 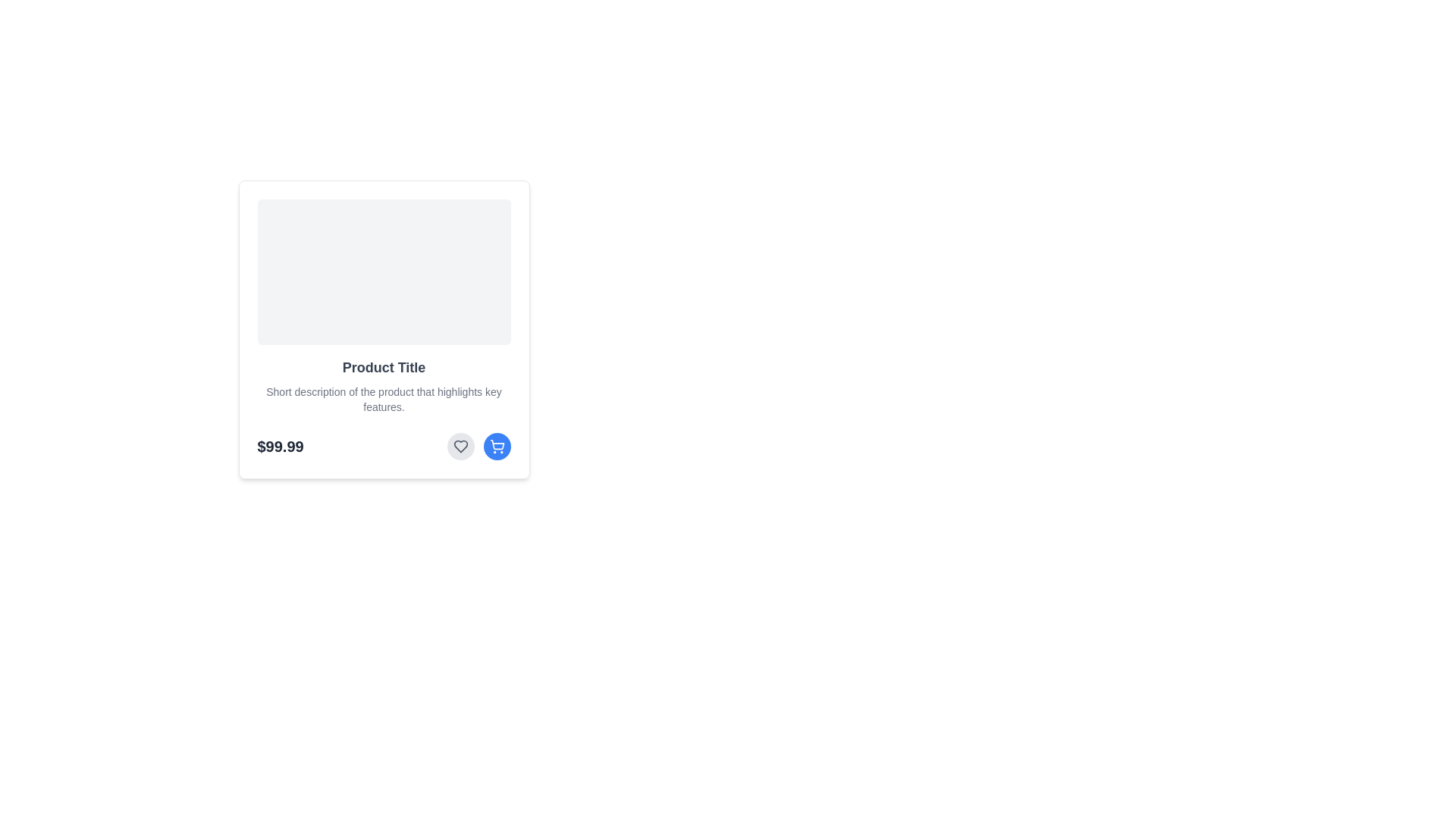 What do you see at coordinates (384, 368) in the screenshot?
I see `the 'Product Title' text label` at bounding box center [384, 368].